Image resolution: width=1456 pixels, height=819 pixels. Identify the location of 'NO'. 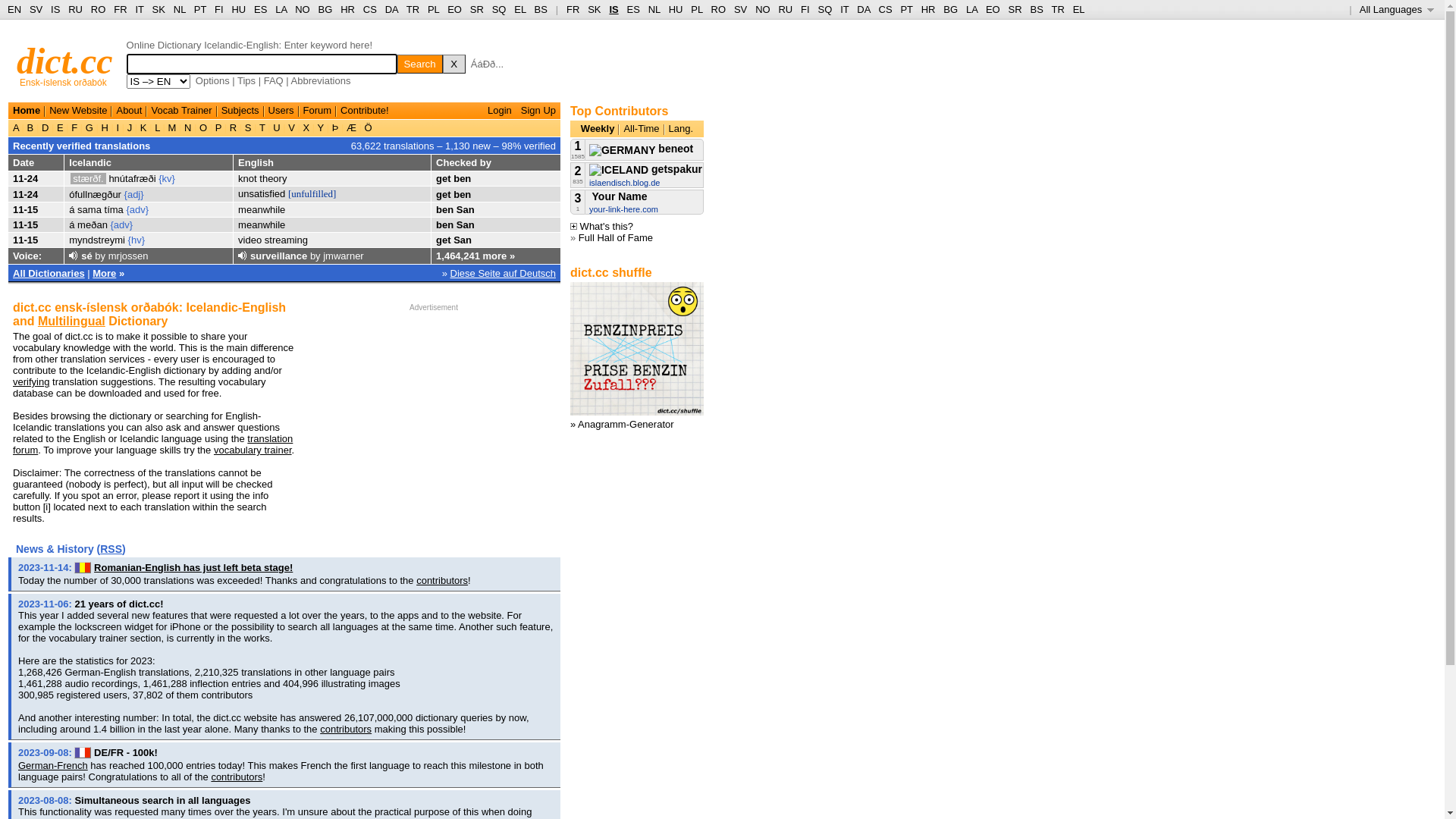
(763, 9).